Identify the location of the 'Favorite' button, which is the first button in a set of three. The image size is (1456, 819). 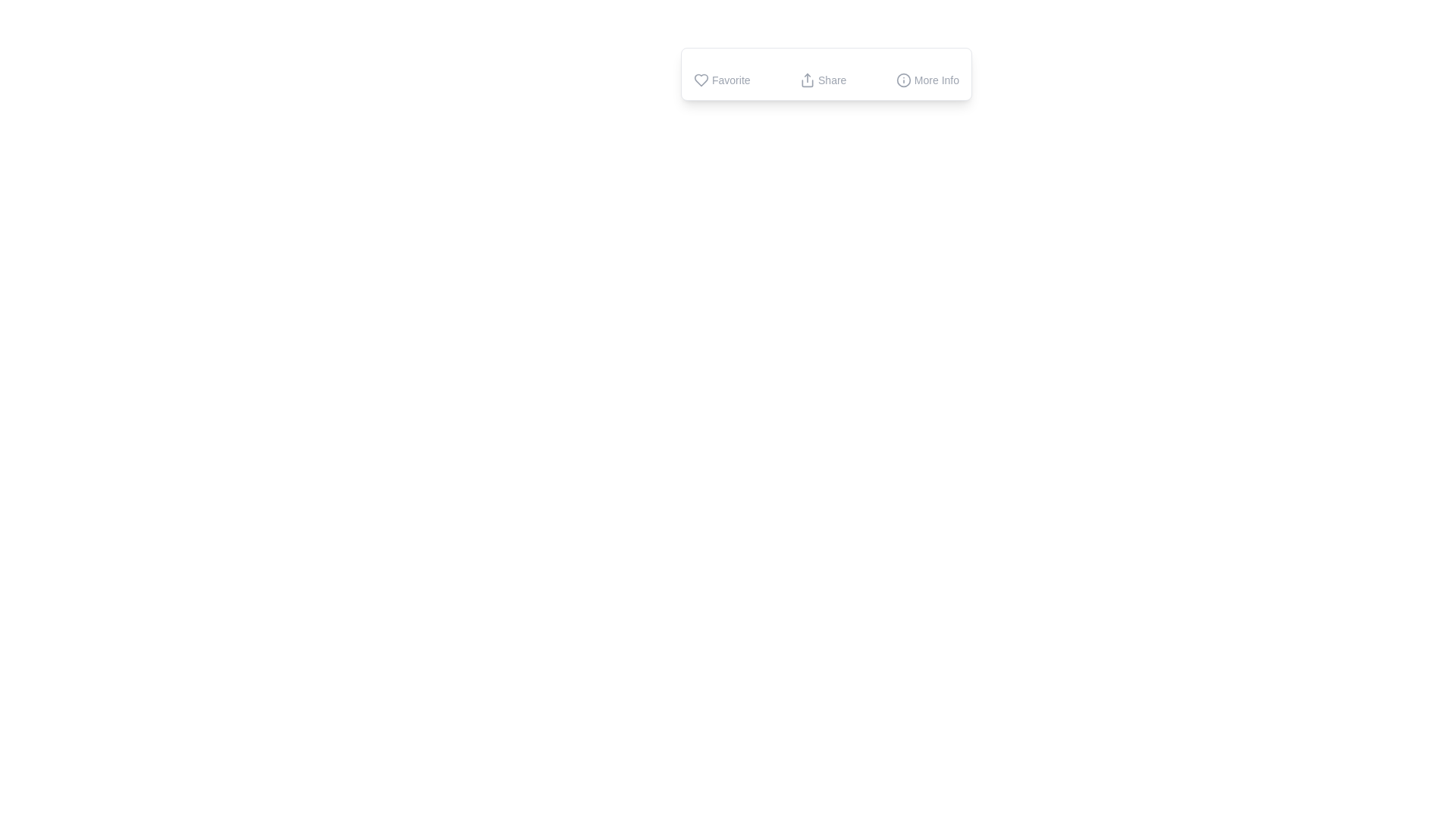
(721, 80).